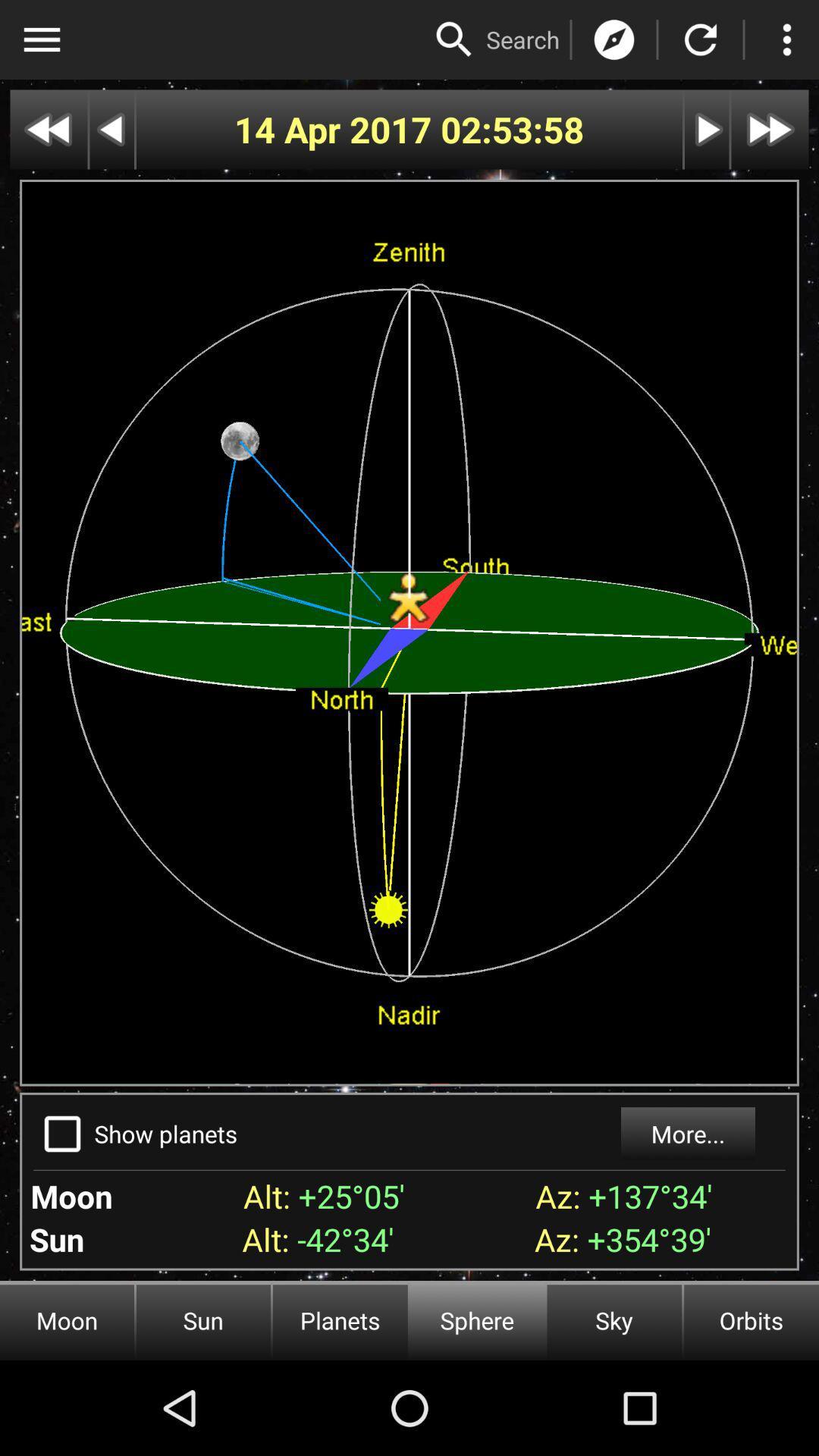  I want to click on the search icon, so click(453, 39).